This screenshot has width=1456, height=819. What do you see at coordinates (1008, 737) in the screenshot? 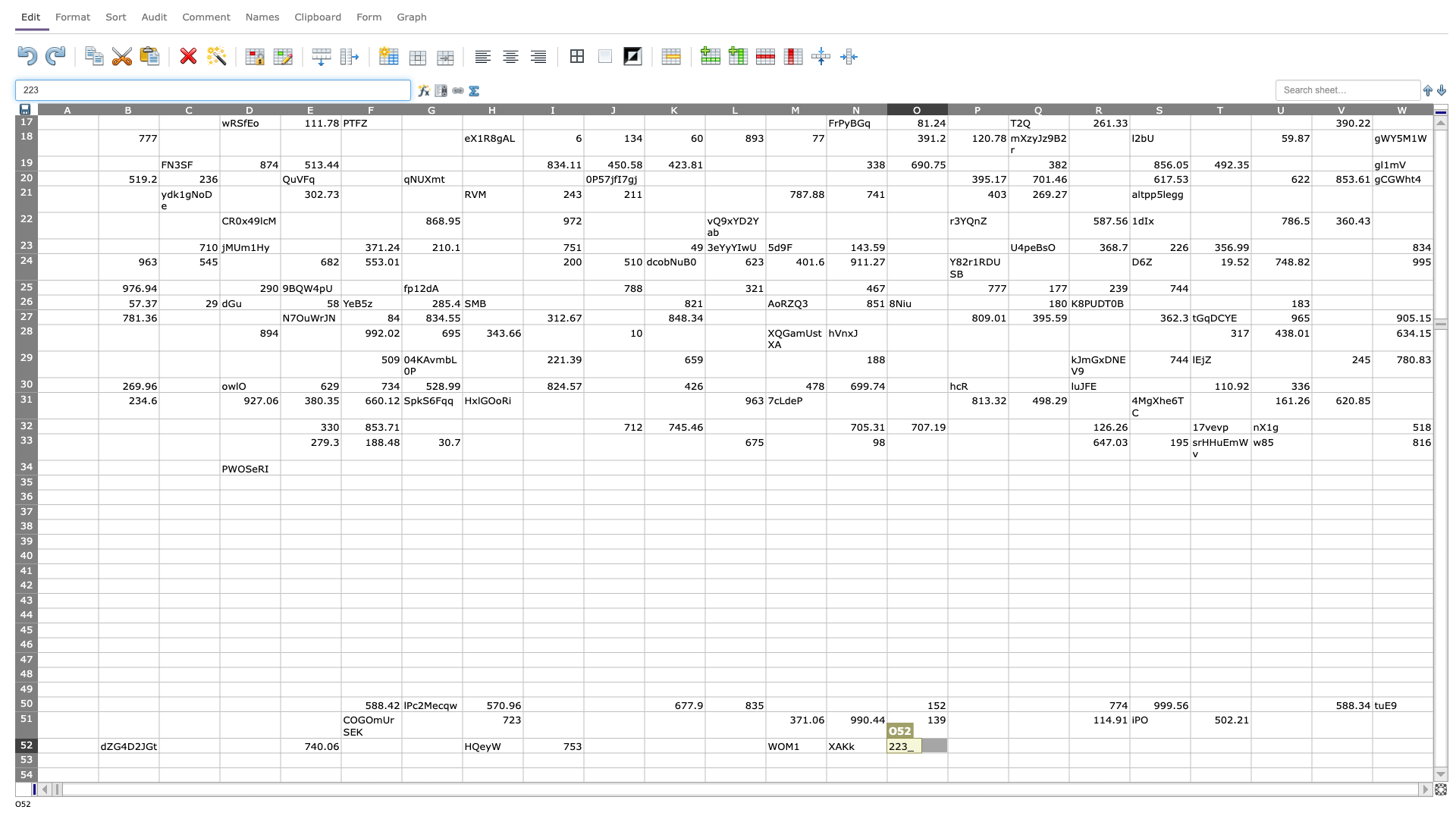
I see `Top left corner of Q-52` at bounding box center [1008, 737].